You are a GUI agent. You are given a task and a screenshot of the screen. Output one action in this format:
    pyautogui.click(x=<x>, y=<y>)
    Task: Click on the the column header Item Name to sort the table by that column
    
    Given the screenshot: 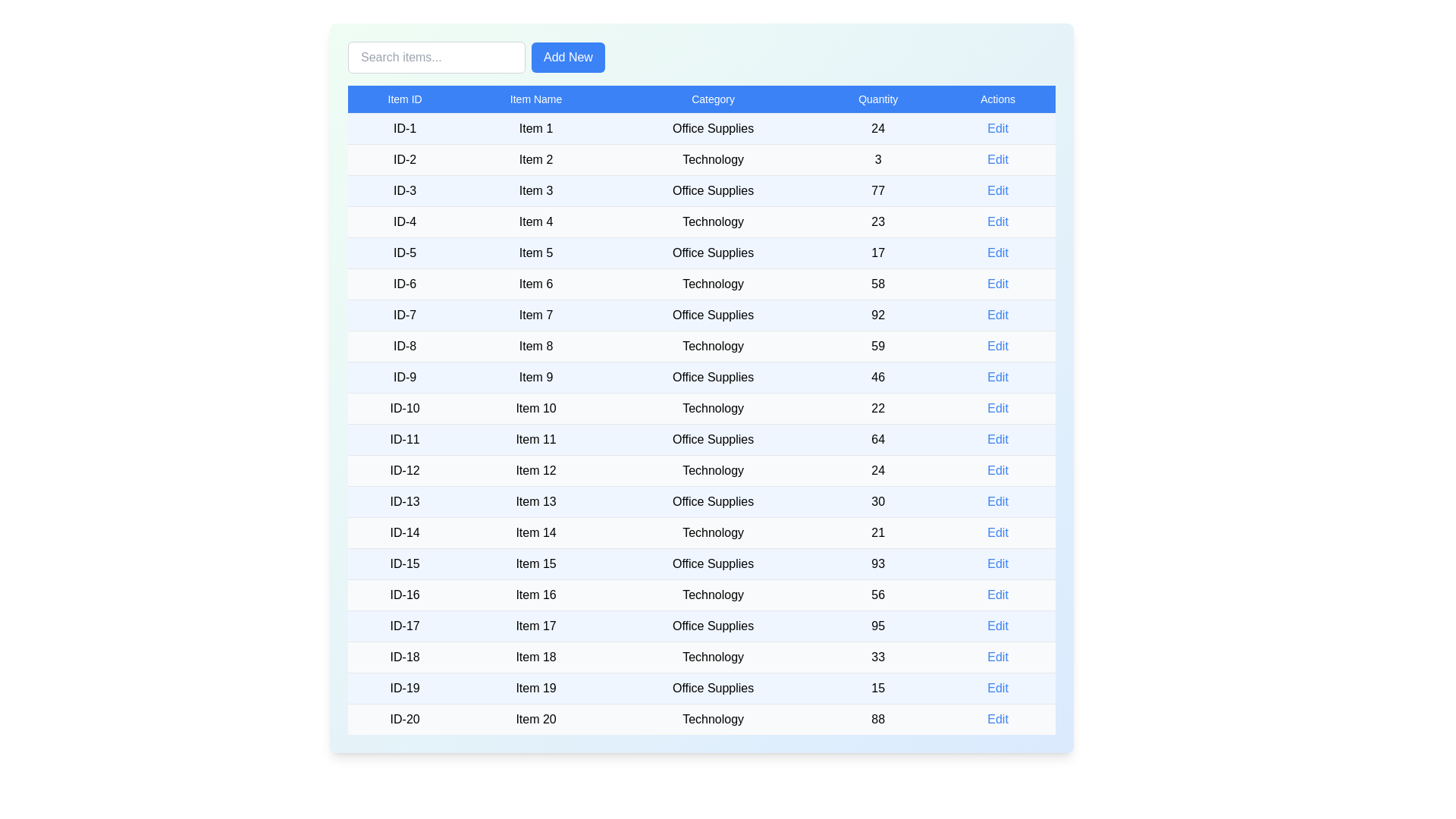 What is the action you would take?
    pyautogui.click(x=536, y=99)
    